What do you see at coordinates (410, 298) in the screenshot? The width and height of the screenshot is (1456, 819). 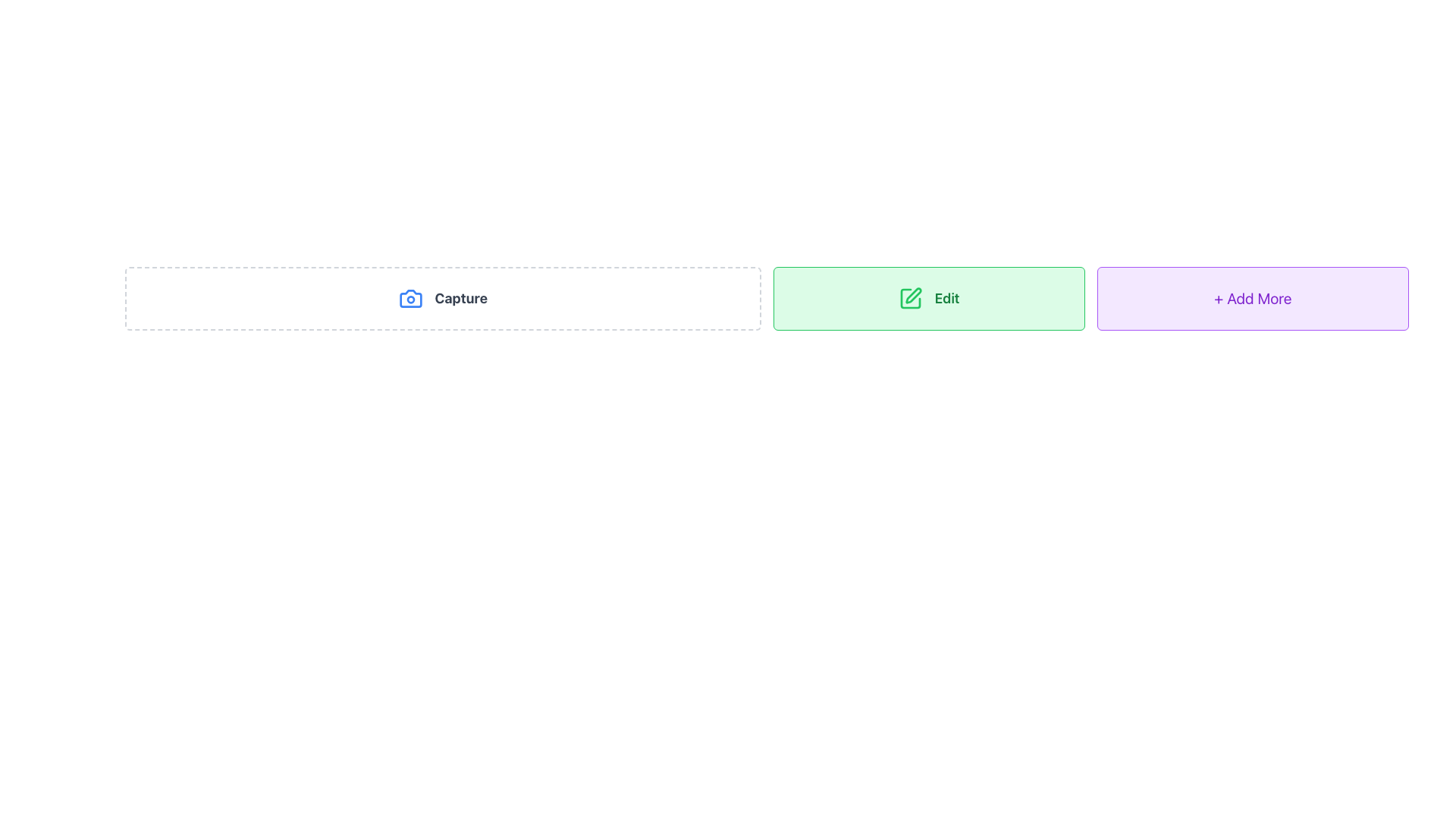 I see `the camera icon located to the left of the 'Capture' button in the interface, which signifies the capturing functionality` at bounding box center [410, 298].